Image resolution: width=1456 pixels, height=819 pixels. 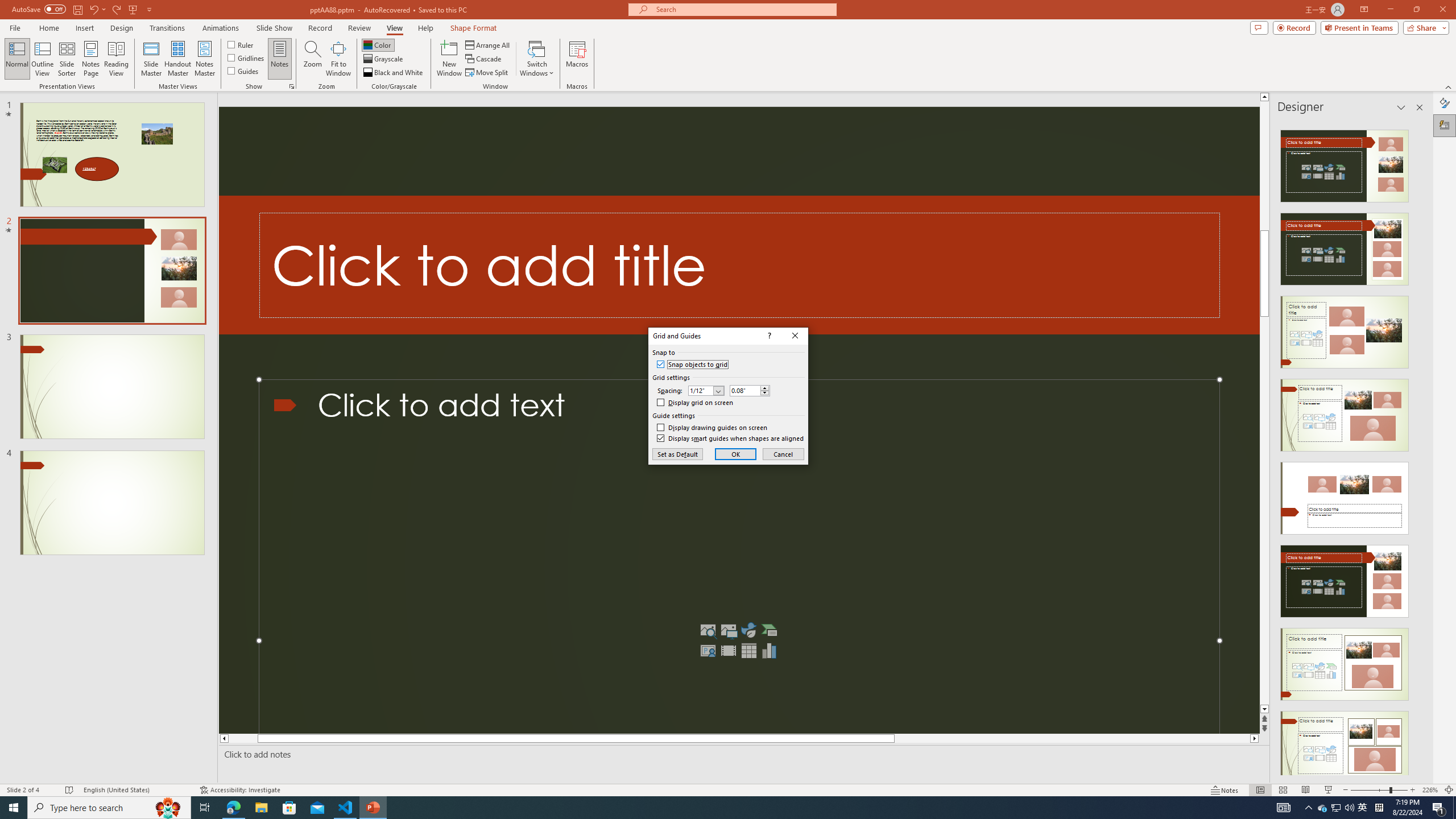 What do you see at coordinates (1439, 806) in the screenshot?
I see `'Action Center, 1 new notification'` at bounding box center [1439, 806].